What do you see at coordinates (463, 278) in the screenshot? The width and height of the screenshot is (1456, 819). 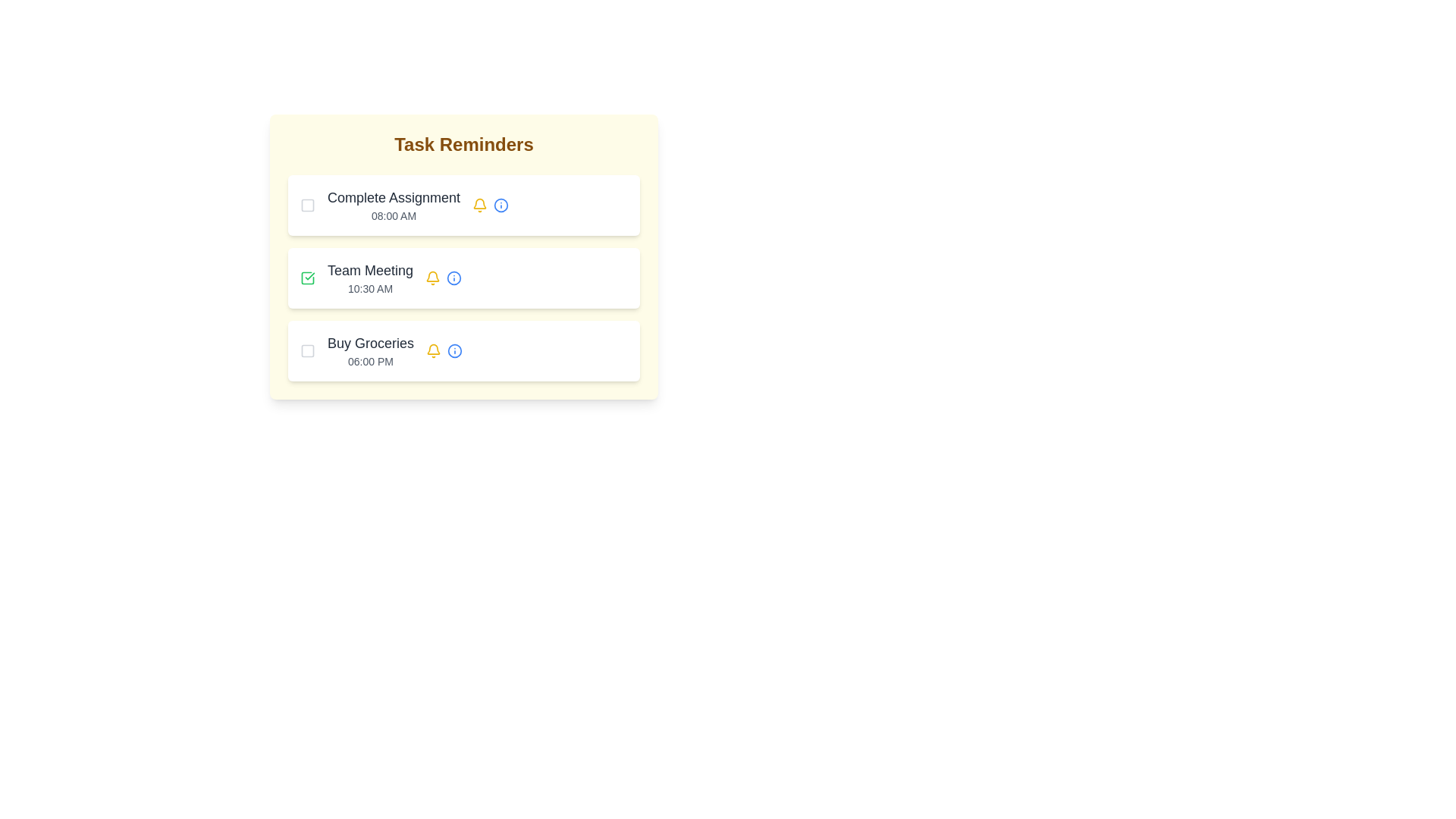 I see `the task listing element titled 'Team Meeting' at 10:30 AM` at bounding box center [463, 278].